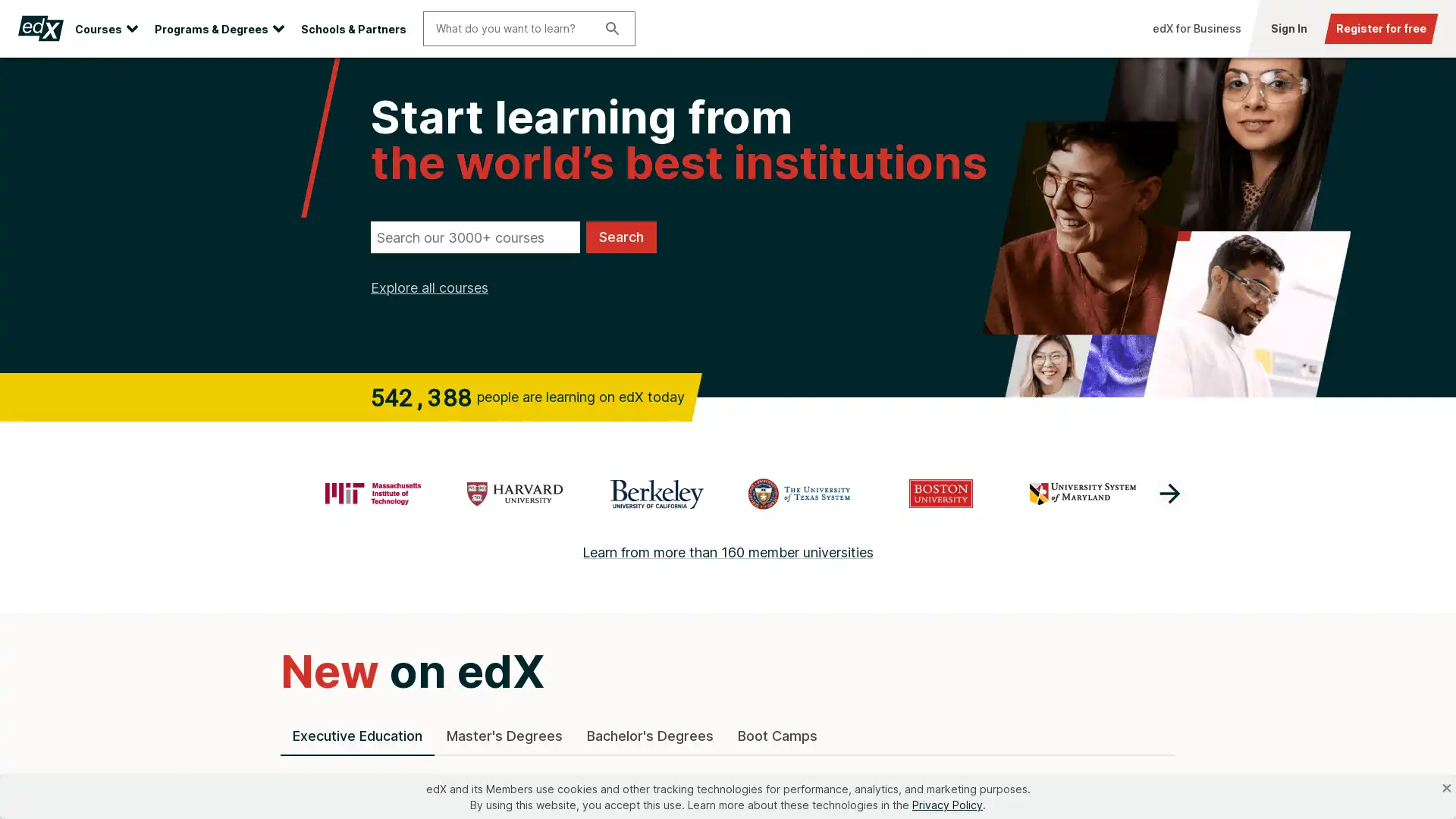 This screenshot has width=1456, height=819. Describe the element at coordinates (1438, 70) in the screenshot. I see `Close site banner.` at that location.